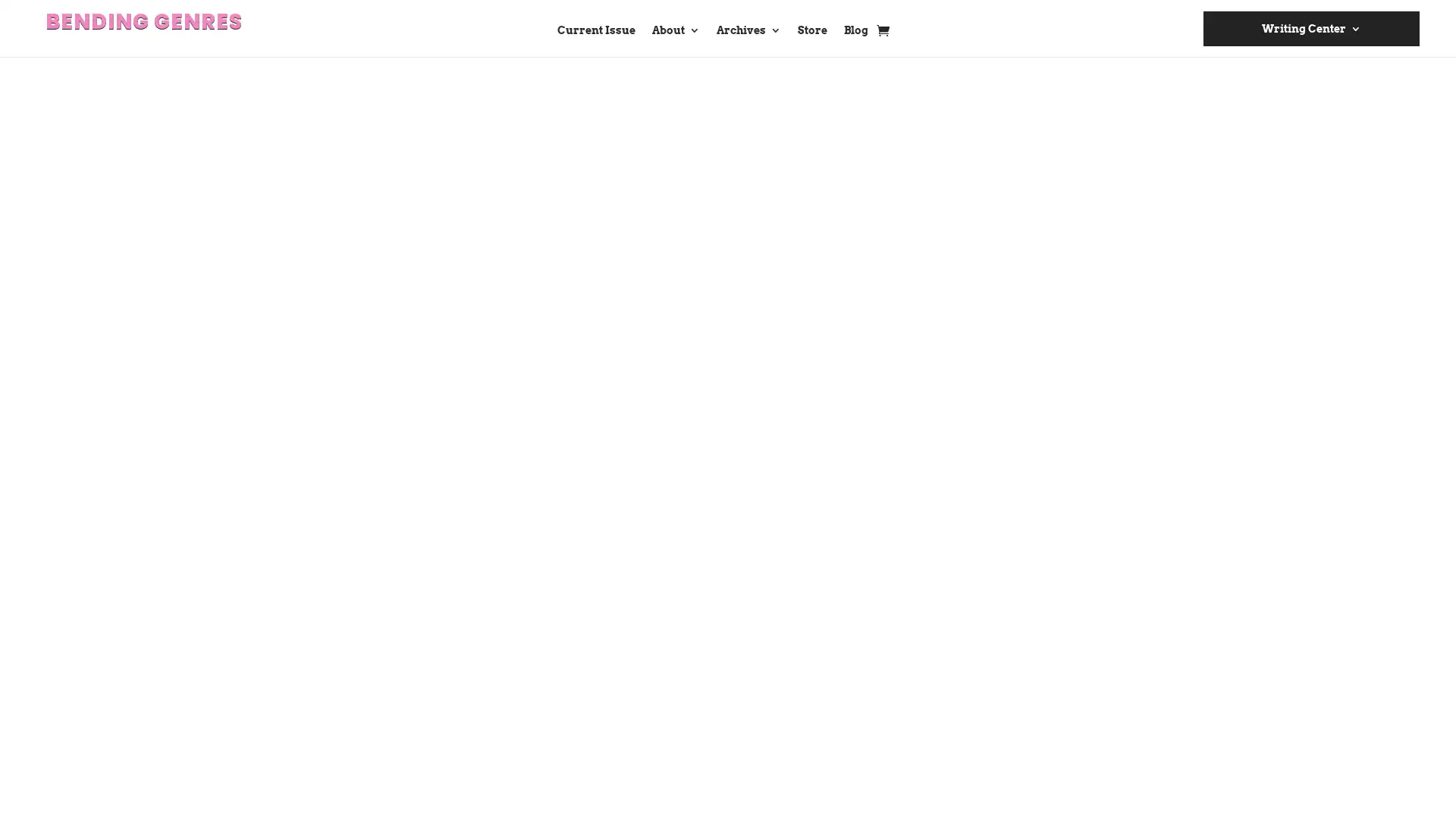 The height and width of the screenshot is (819, 1456). I want to click on Add to cart, so click(372, 302).